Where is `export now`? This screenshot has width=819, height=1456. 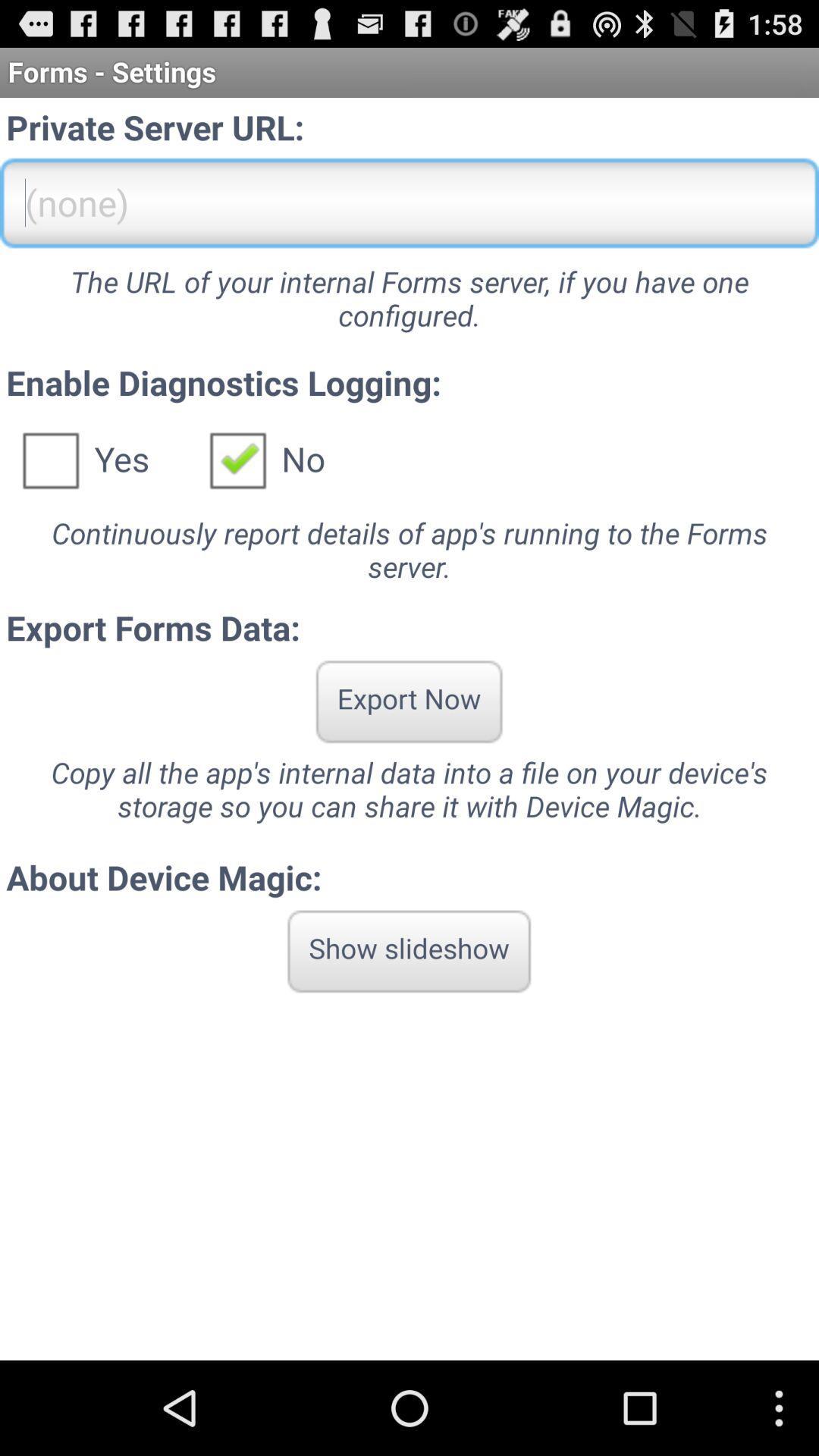
export now is located at coordinates (408, 701).